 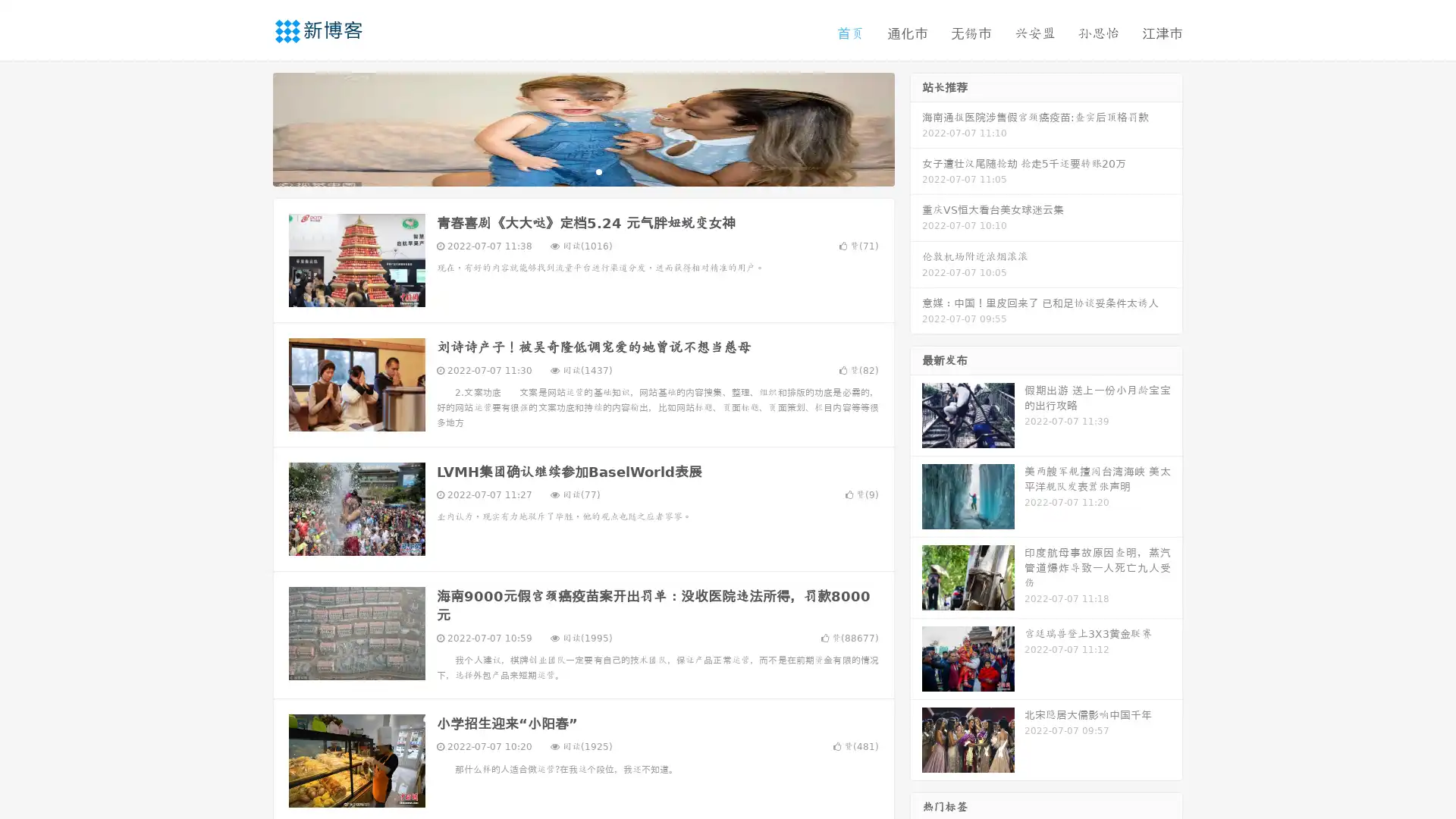 I want to click on Next slide, so click(x=916, y=127).